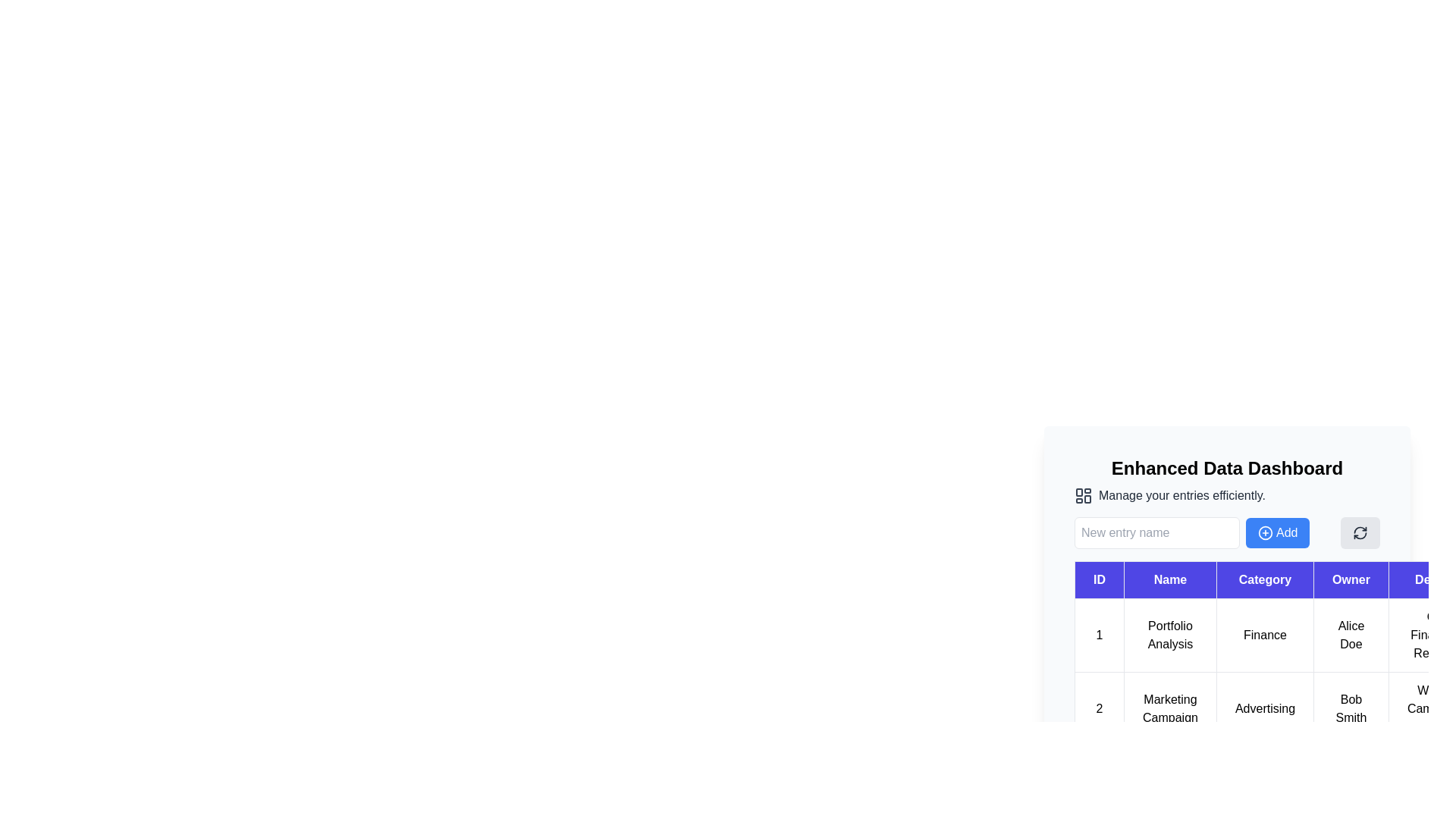  Describe the element at coordinates (1266, 532) in the screenshot. I see `the decorative SVG circle that serves as the base for the 'Add' button, located in the top center-right portion of the interface` at that location.